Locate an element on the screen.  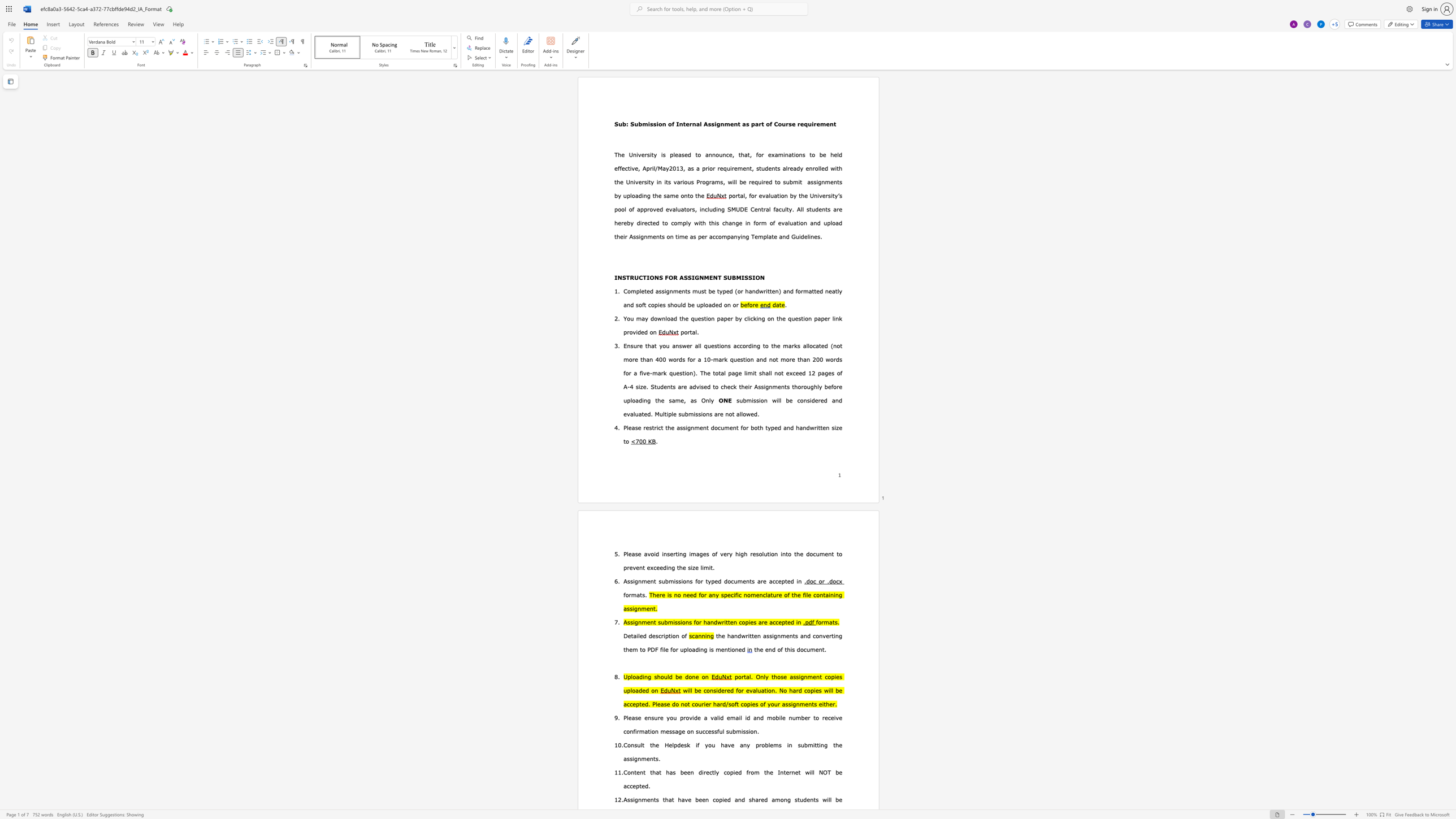
the 1th character "h" in the text is located at coordinates (669, 427).